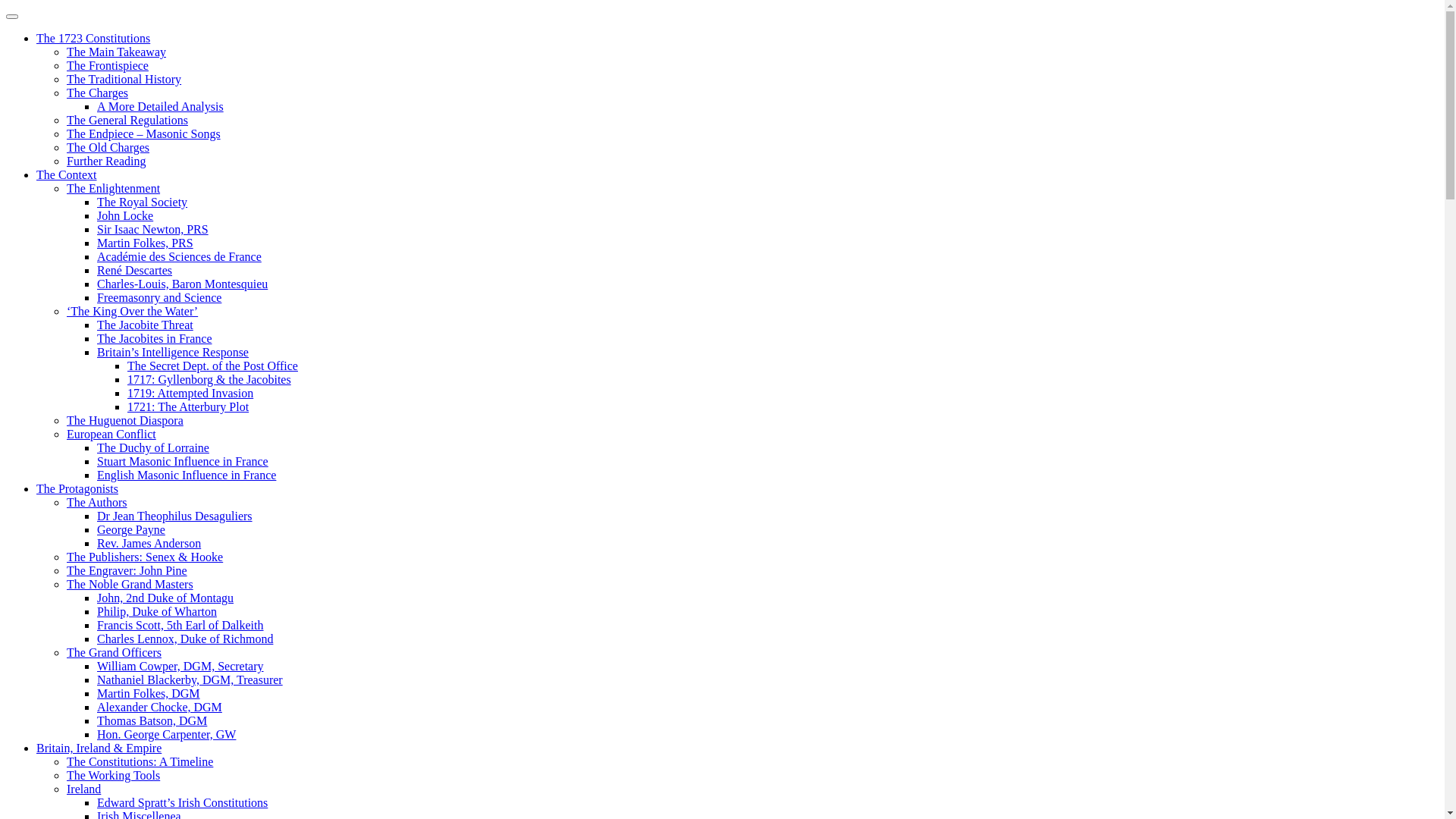 The image size is (1456, 819). What do you see at coordinates (185, 474) in the screenshot?
I see `'English Masonic Influence in France'` at bounding box center [185, 474].